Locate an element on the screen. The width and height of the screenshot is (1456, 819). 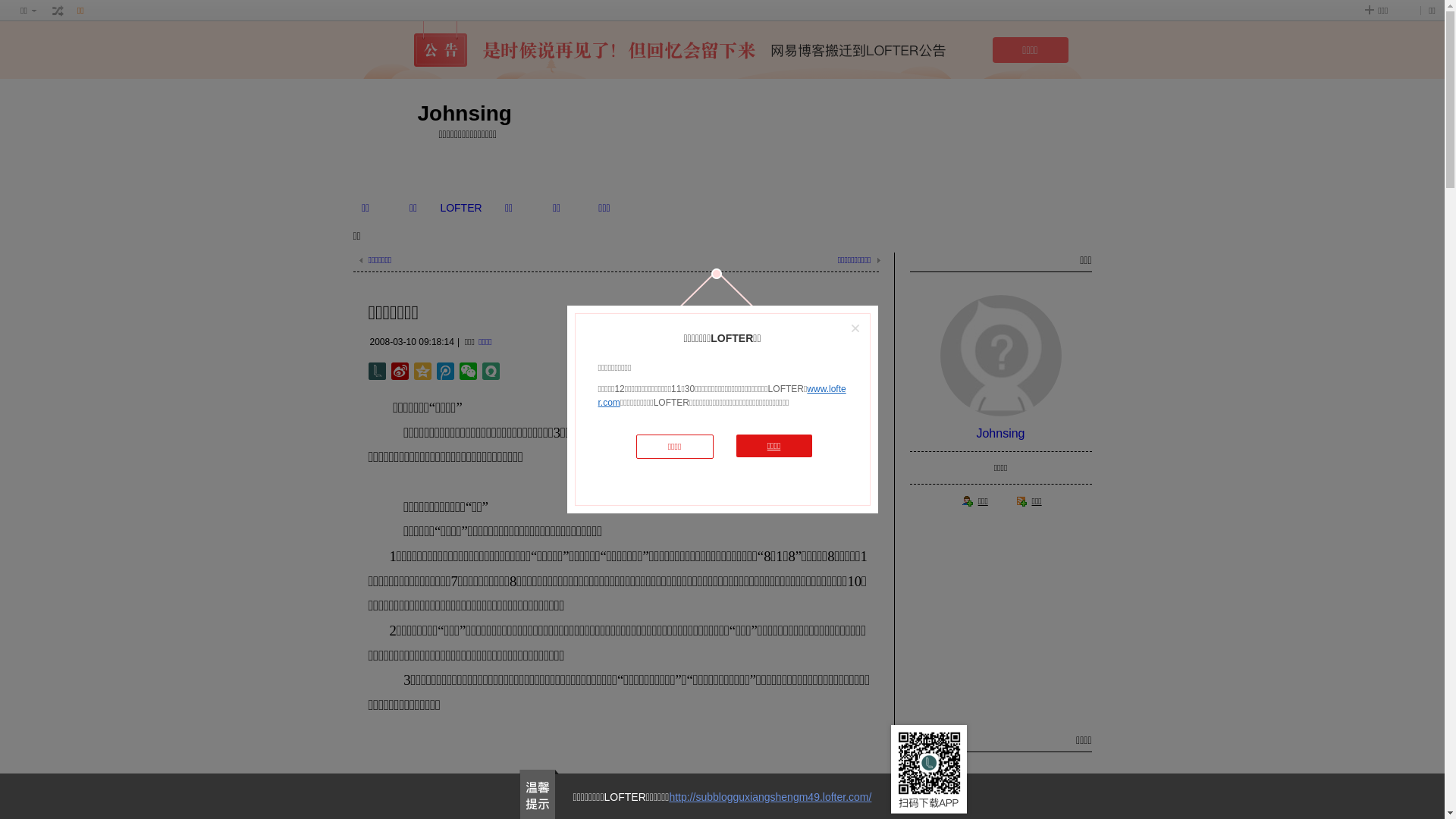
'http://subblogguxiangshengm49.lofter.com/' is located at coordinates (770, 795).